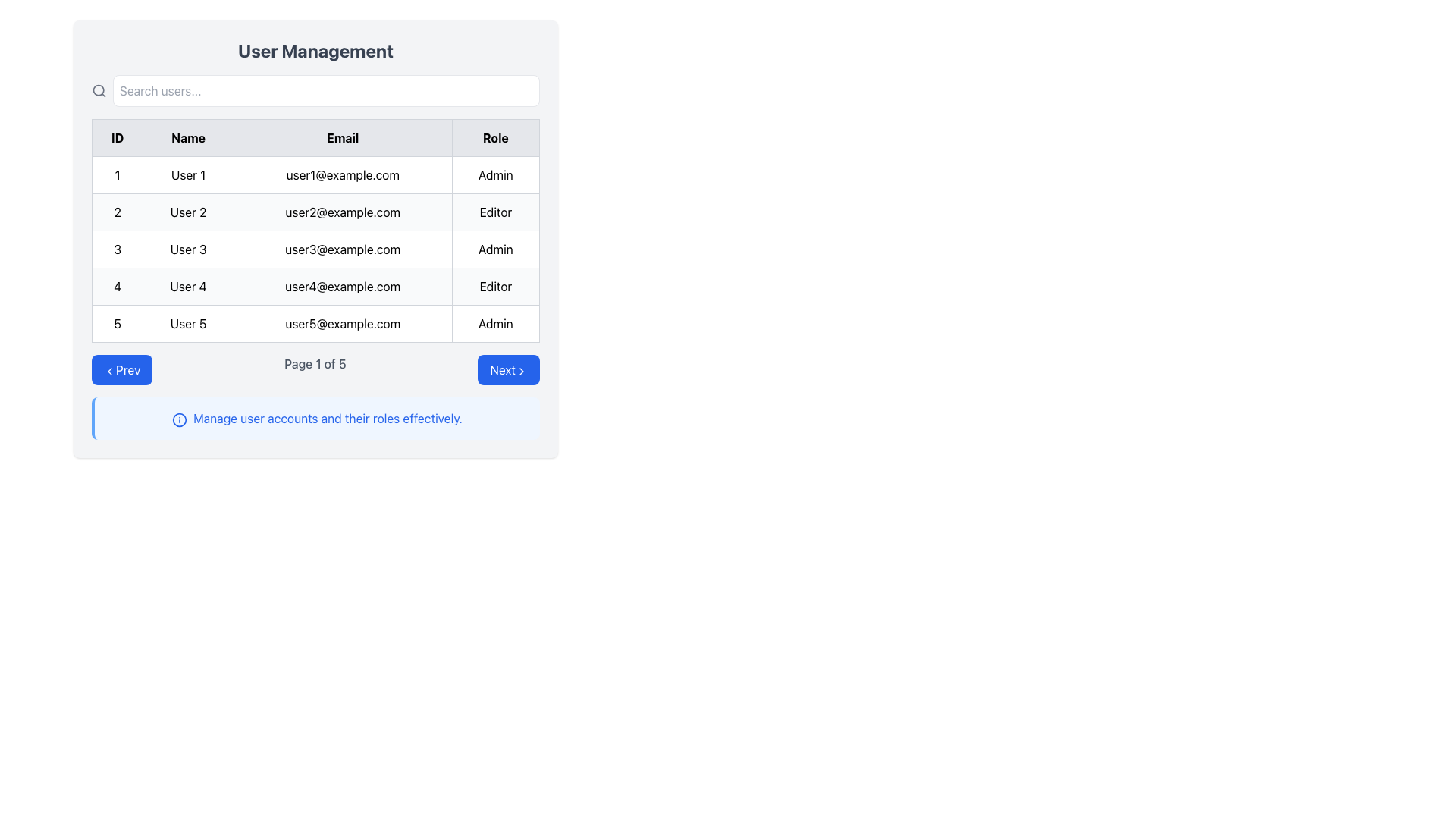 This screenshot has height=819, width=1456. I want to click on static text label indicating the role assigned to 'User 2' in the 'Role' column, so click(495, 212).